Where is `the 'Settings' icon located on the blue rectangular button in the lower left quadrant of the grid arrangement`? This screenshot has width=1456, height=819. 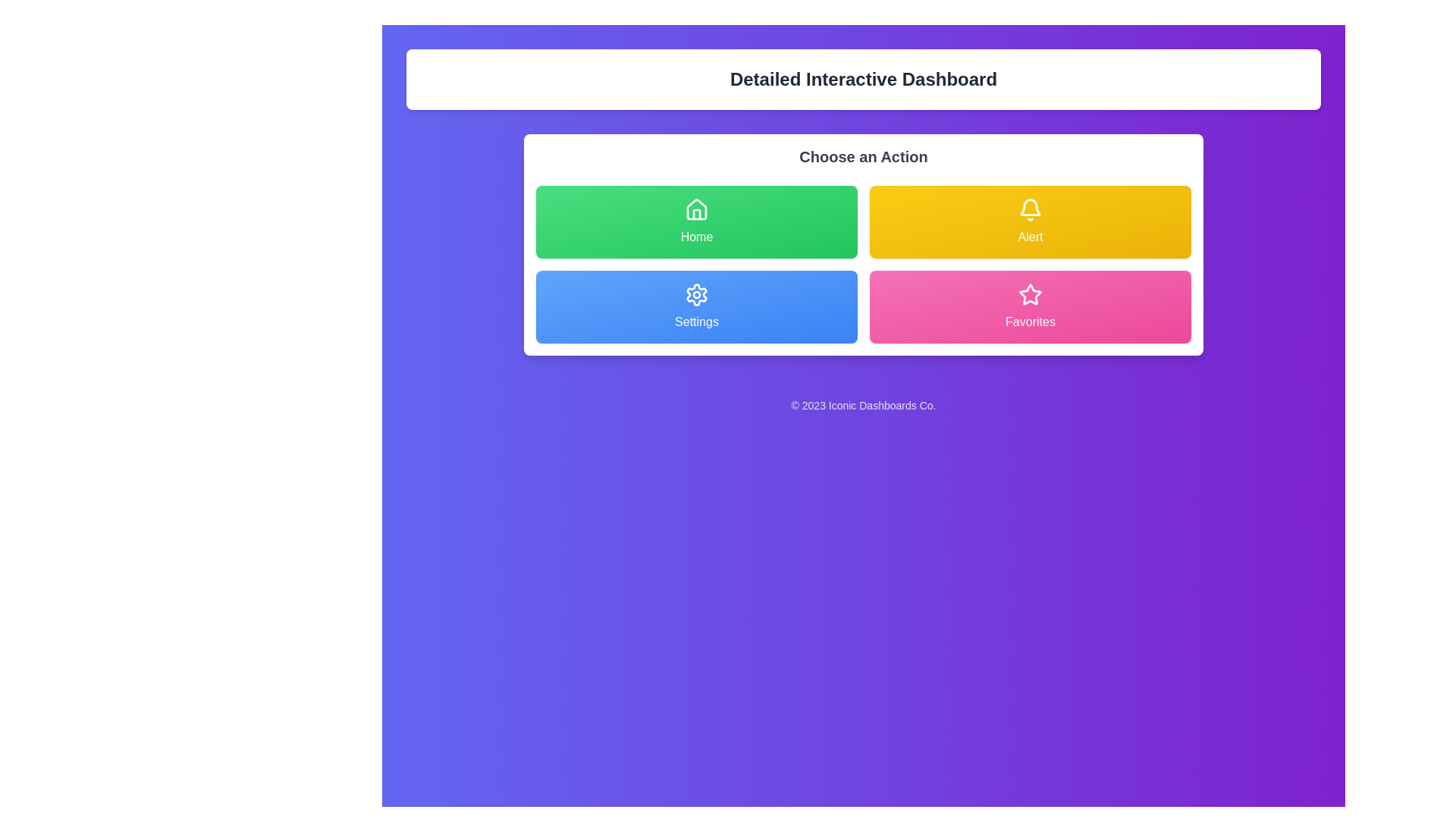 the 'Settings' icon located on the blue rectangular button in the lower left quadrant of the grid arrangement is located at coordinates (695, 295).